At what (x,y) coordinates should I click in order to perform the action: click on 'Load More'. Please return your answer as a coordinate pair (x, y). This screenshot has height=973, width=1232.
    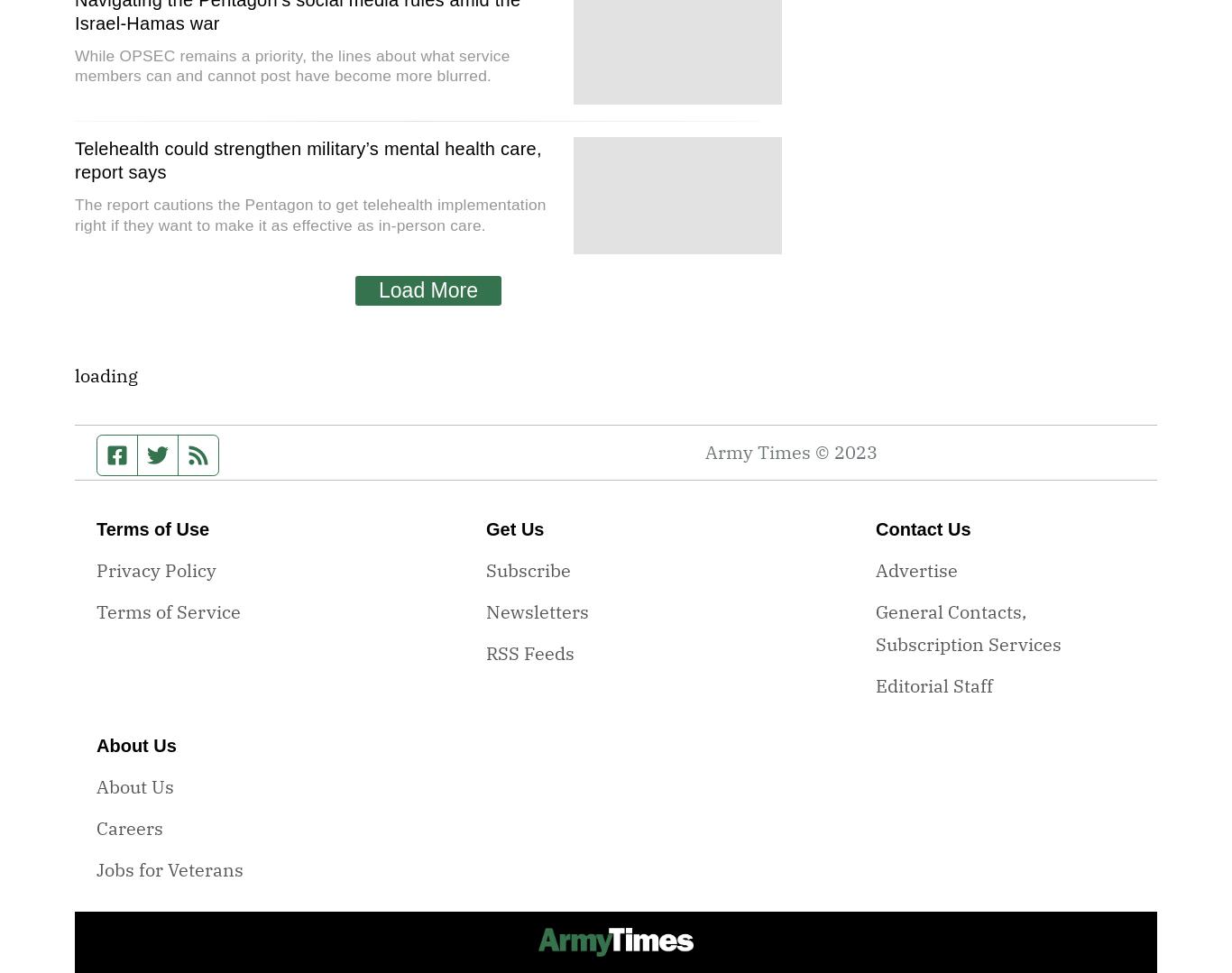
    Looking at the image, I should click on (428, 289).